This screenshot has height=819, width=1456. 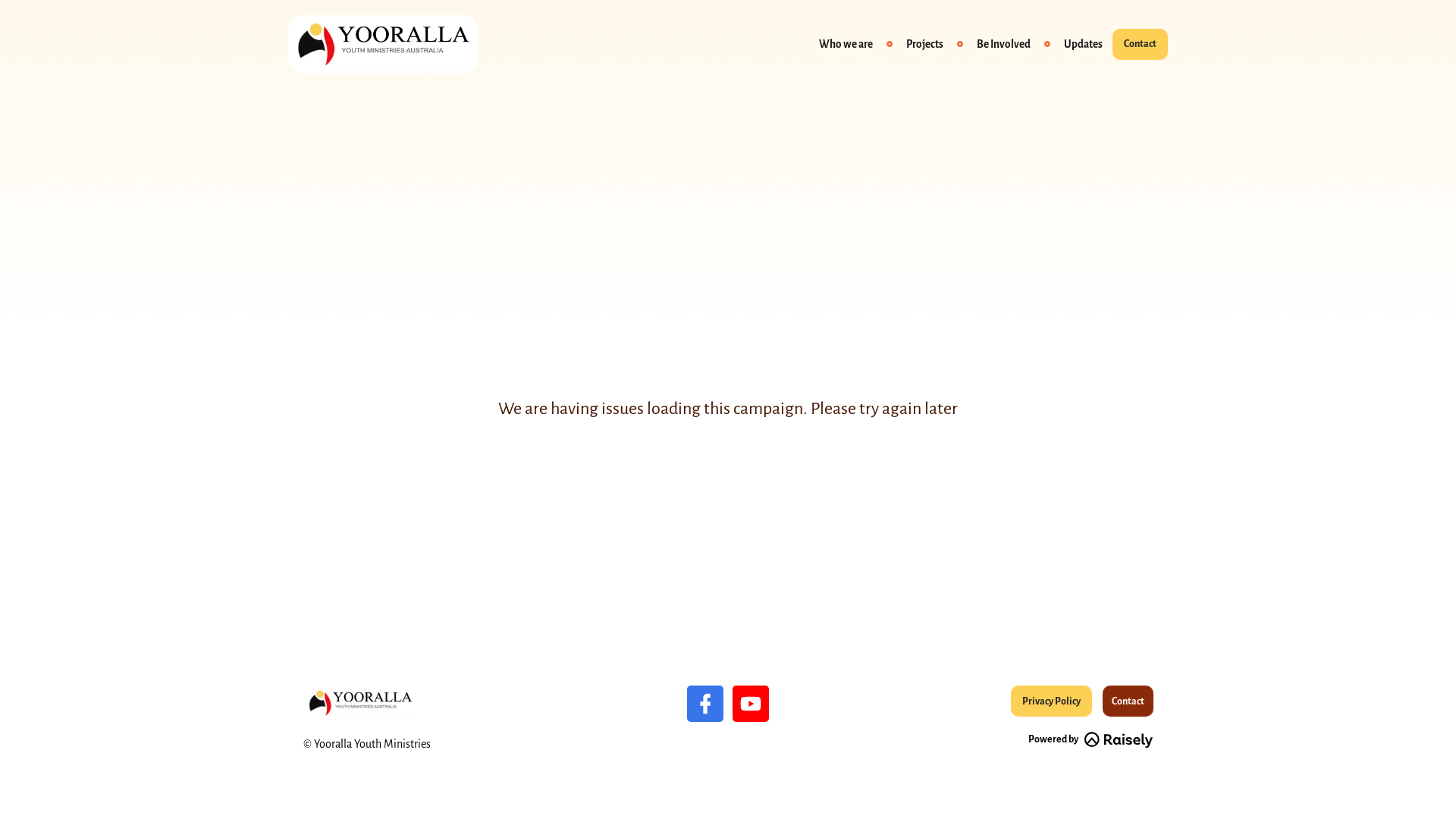 What do you see at coordinates (809, 43) in the screenshot?
I see `'Who we are'` at bounding box center [809, 43].